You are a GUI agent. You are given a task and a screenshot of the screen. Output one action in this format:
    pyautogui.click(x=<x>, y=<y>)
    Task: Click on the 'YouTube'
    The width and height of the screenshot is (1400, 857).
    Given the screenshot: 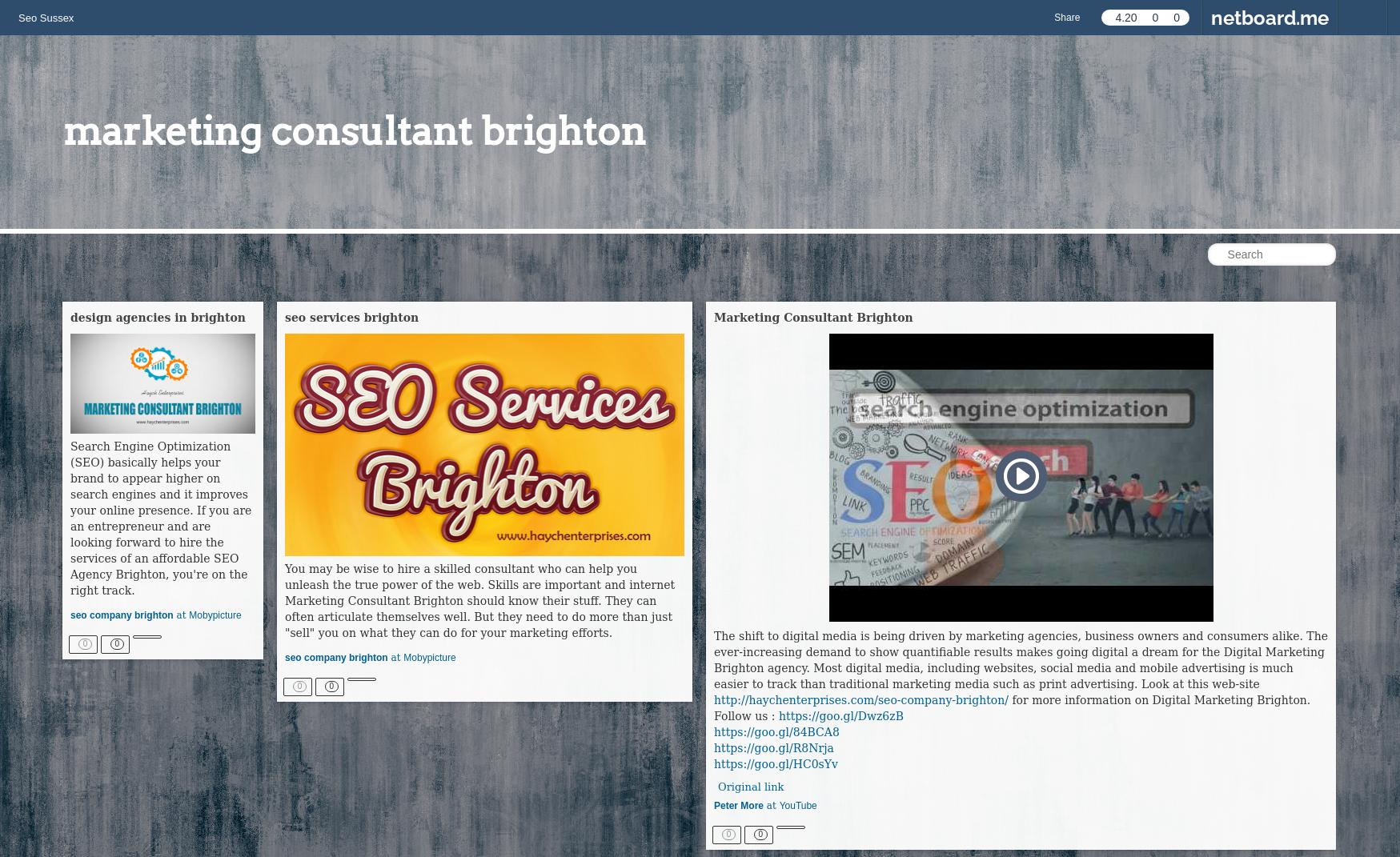 What is the action you would take?
    pyautogui.click(x=796, y=807)
    